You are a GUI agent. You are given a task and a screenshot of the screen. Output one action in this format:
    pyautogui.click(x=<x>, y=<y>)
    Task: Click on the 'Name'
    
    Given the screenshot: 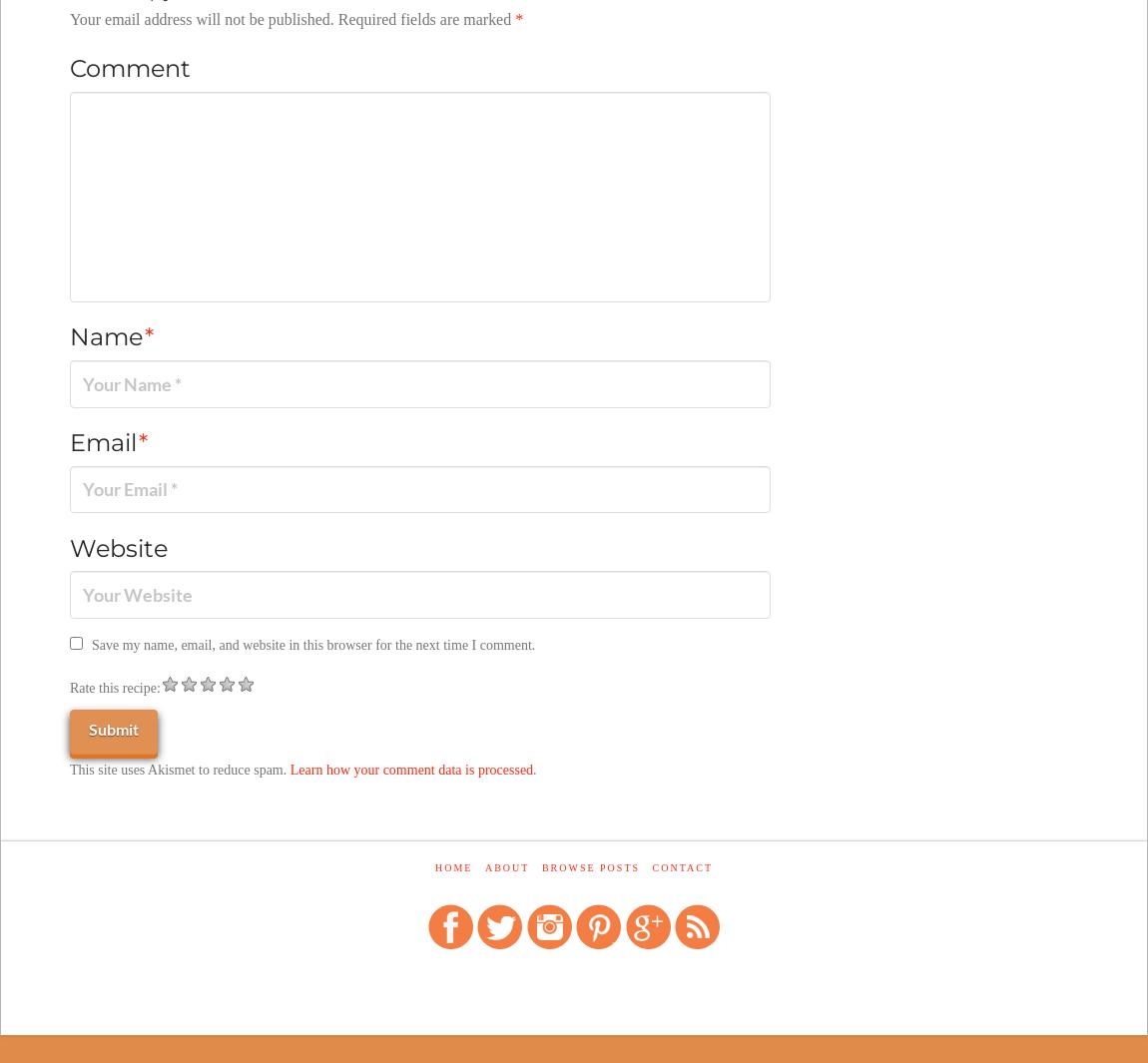 What is the action you would take?
    pyautogui.click(x=107, y=335)
    